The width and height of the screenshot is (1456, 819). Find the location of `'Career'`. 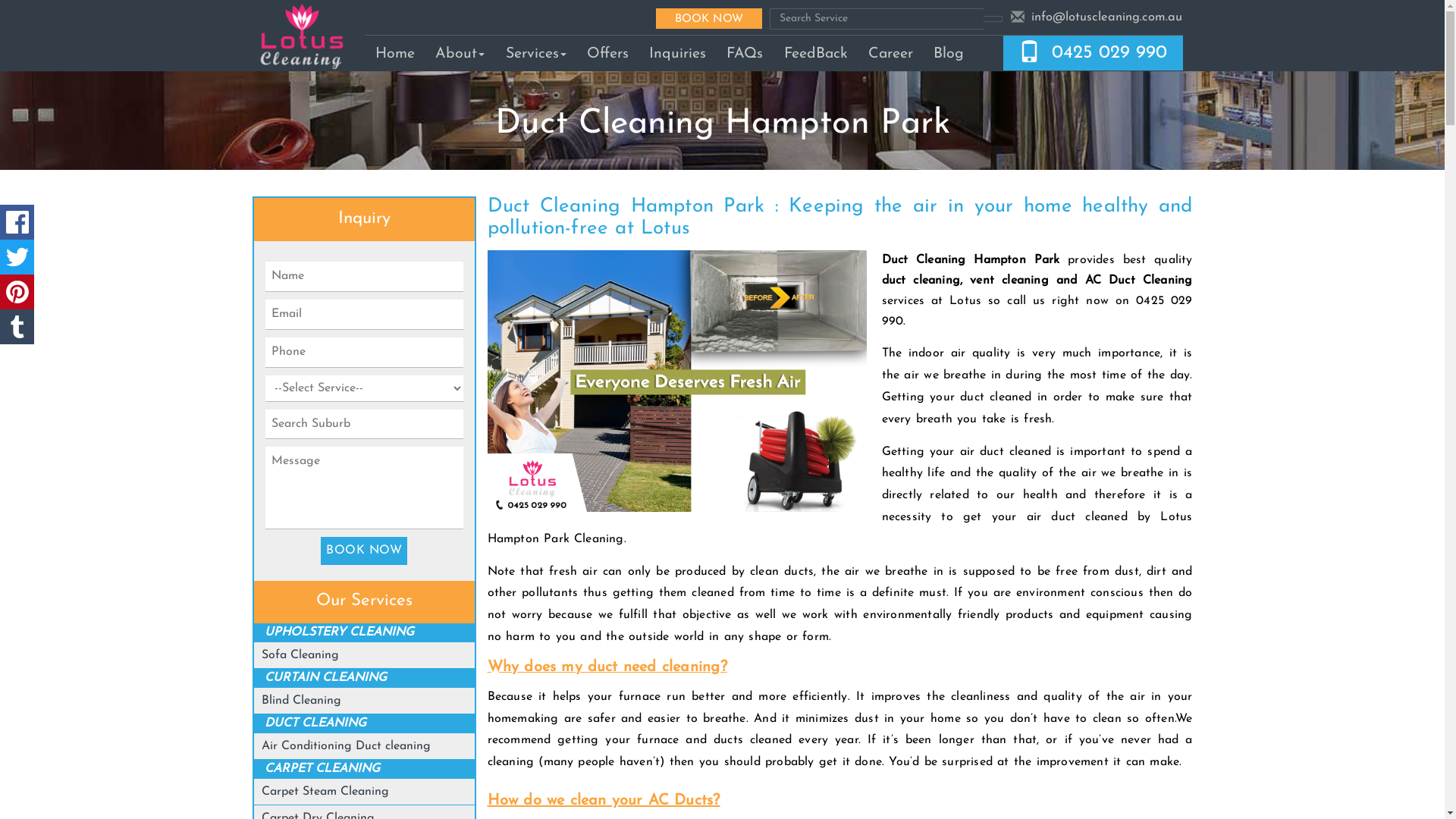

'Career' is located at coordinates (890, 52).